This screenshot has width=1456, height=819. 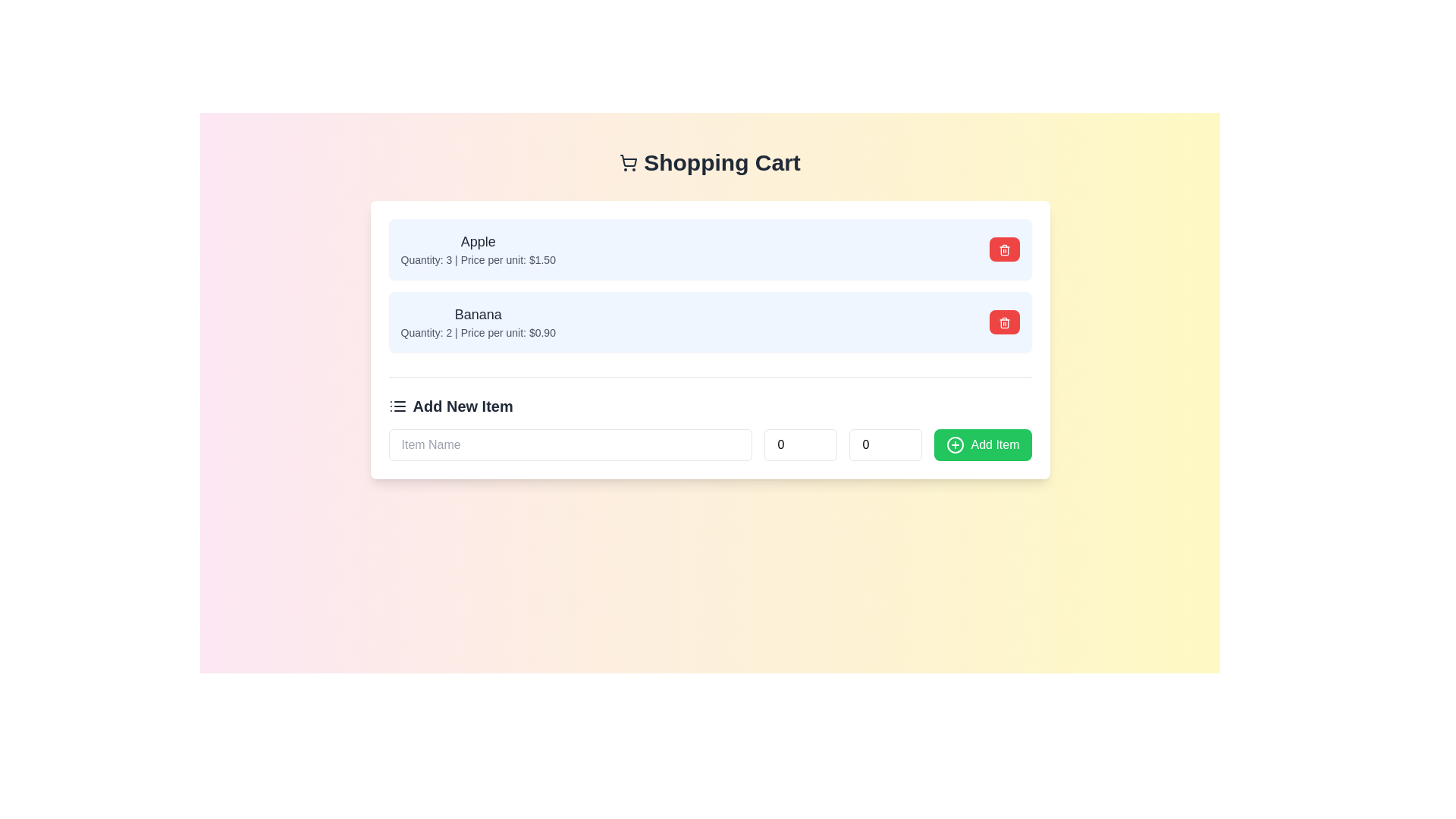 What do you see at coordinates (709, 163) in the screenshot?
I see `the 'Shopping Cart' text element located in the header section` at bounding box center [709, 163].